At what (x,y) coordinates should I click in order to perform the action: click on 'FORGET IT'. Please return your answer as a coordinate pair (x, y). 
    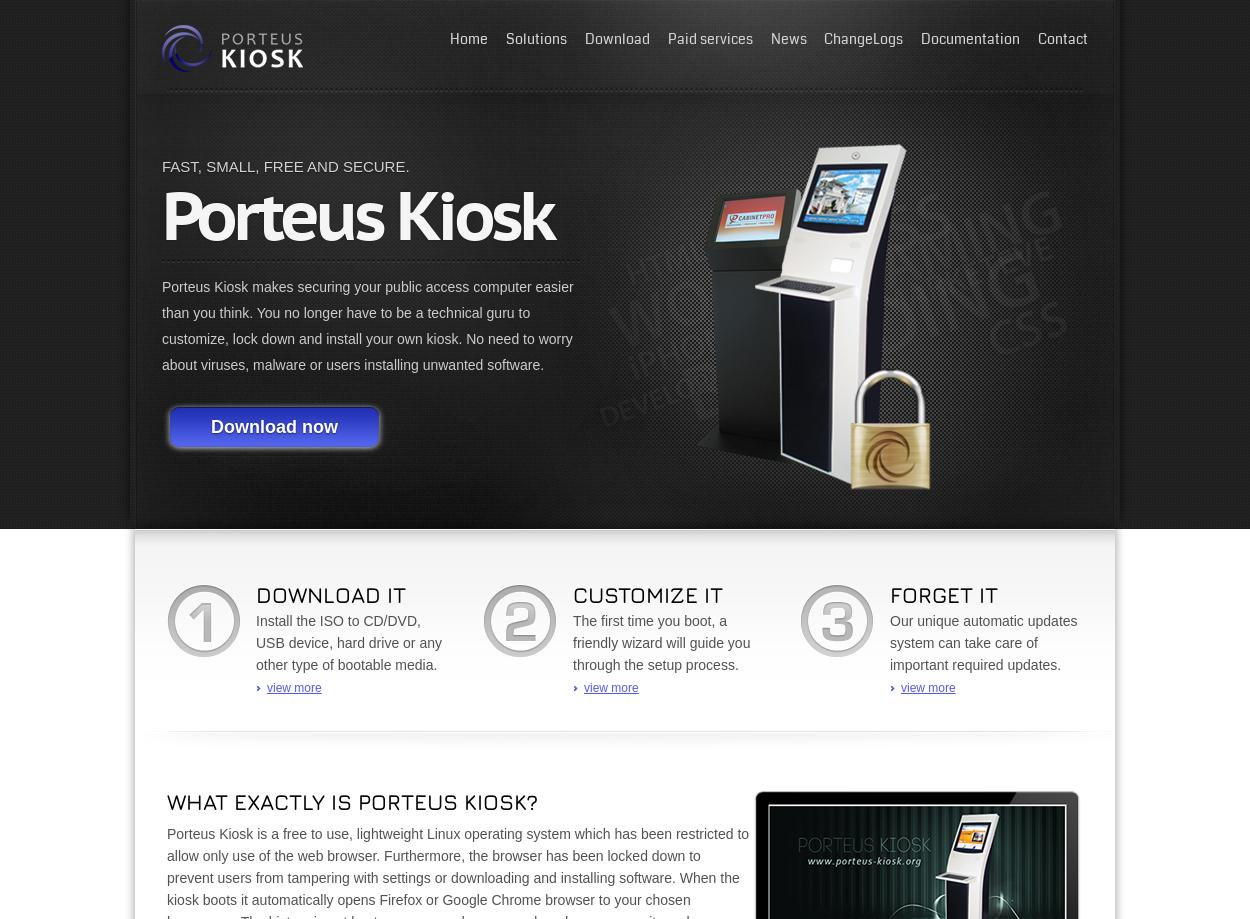
    Looking at the image, I should click on (943, 594).